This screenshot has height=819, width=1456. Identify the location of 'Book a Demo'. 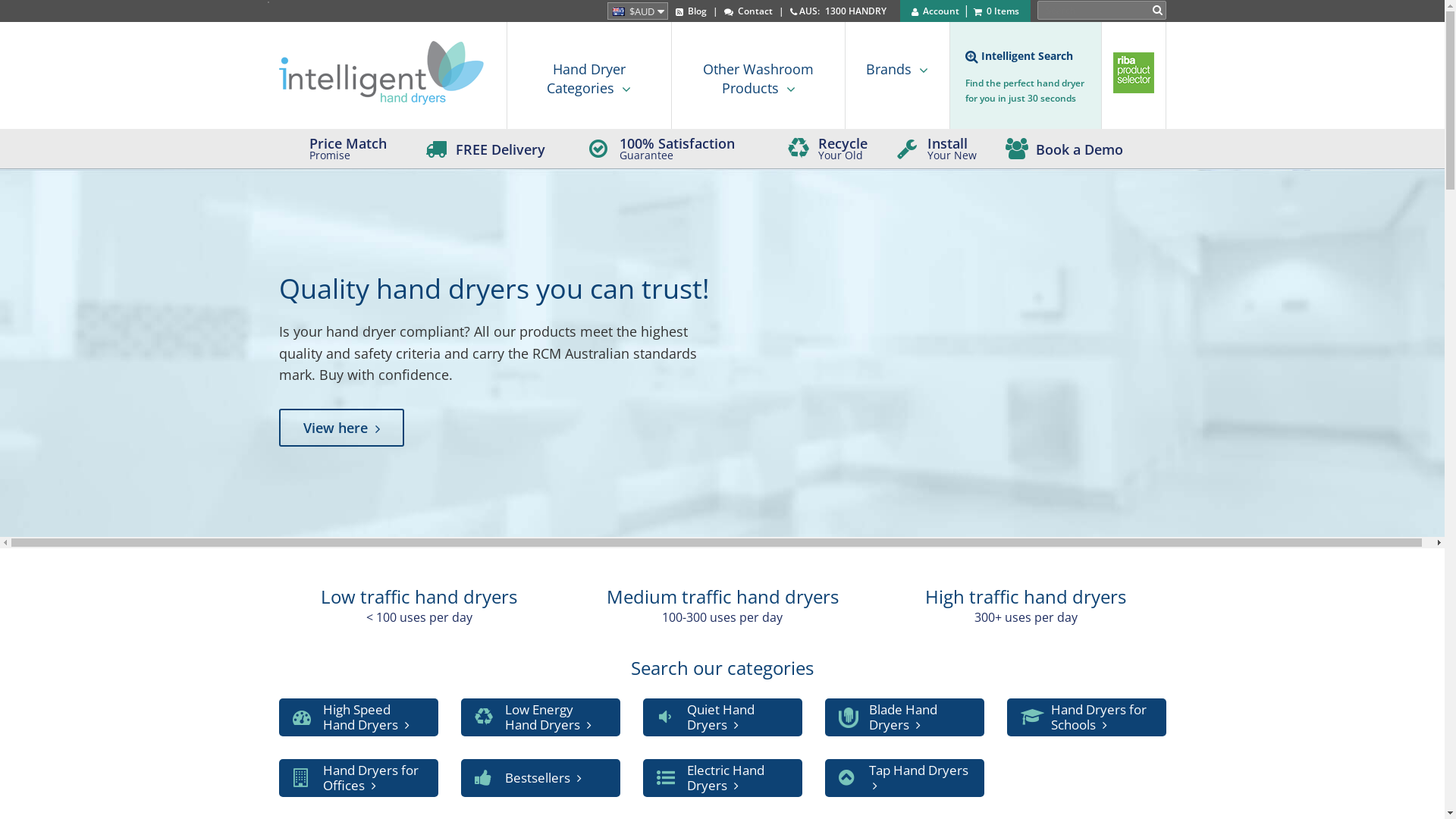
(1100, 149).